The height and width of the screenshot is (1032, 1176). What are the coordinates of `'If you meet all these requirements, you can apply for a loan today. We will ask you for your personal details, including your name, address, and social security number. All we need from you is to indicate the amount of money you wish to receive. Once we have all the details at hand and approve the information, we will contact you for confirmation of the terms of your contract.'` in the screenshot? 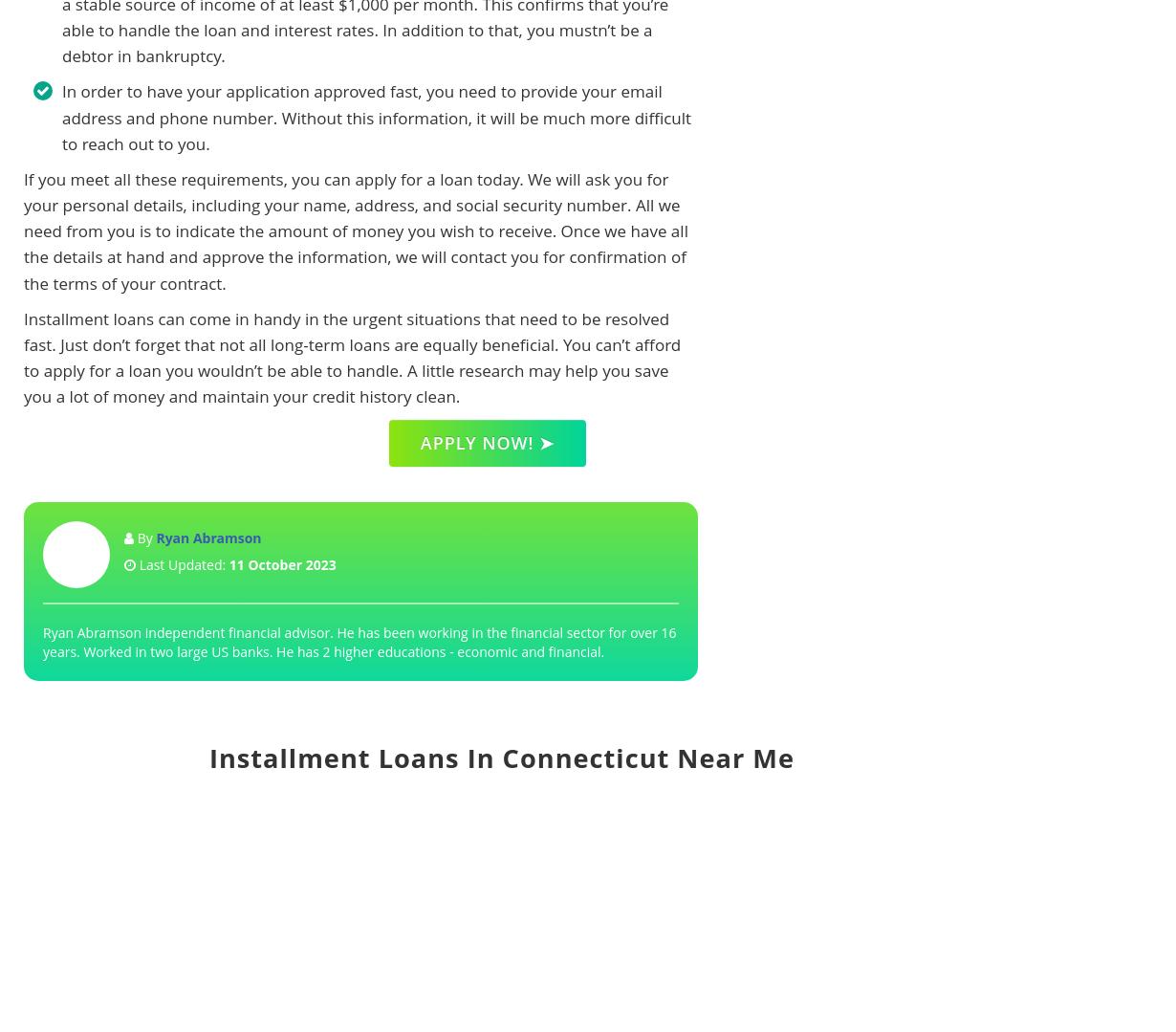 It's located at (354, 230).